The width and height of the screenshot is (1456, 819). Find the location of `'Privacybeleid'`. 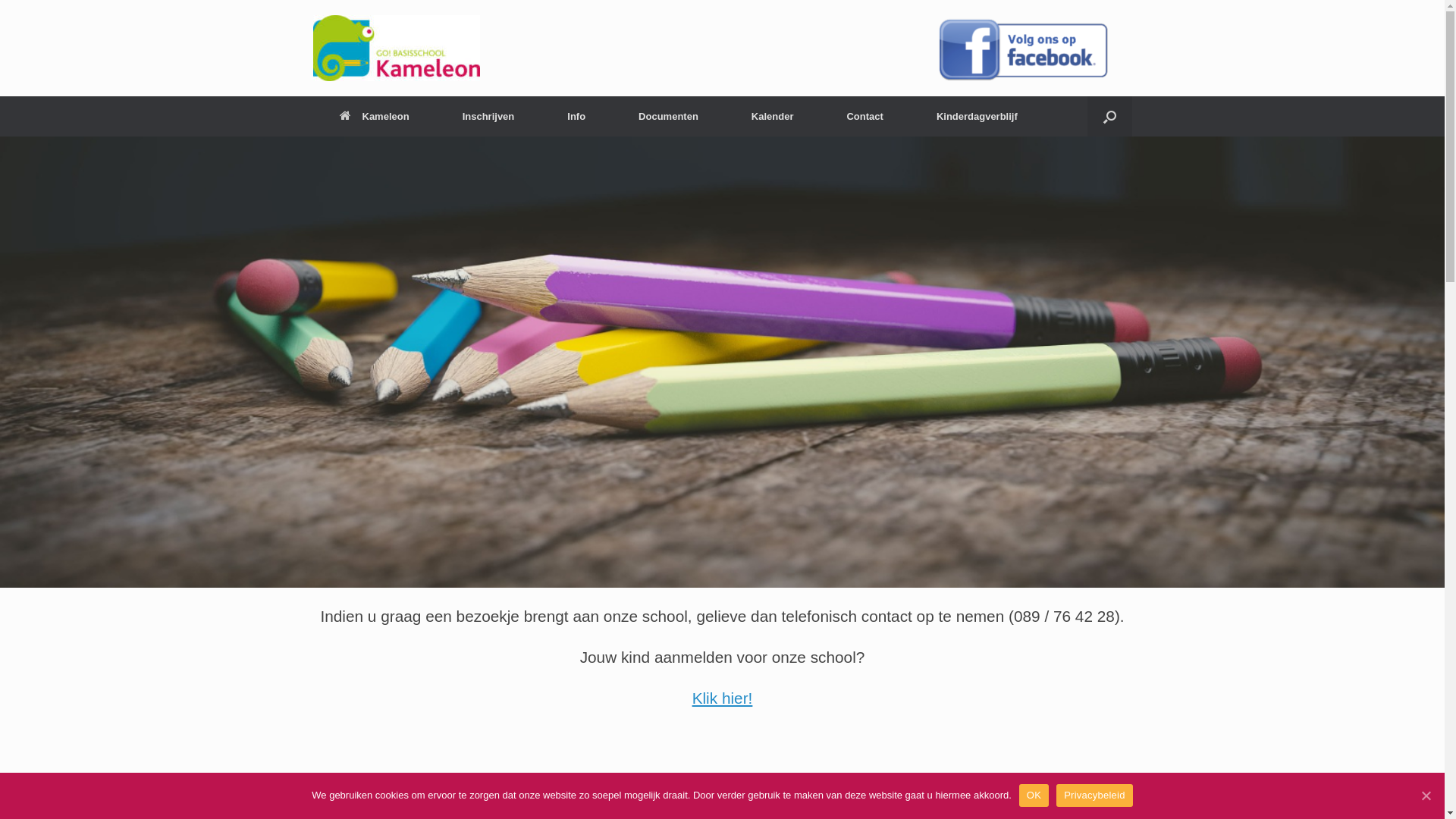

'Privacybeleid' is located at coordinates (1094, 795).